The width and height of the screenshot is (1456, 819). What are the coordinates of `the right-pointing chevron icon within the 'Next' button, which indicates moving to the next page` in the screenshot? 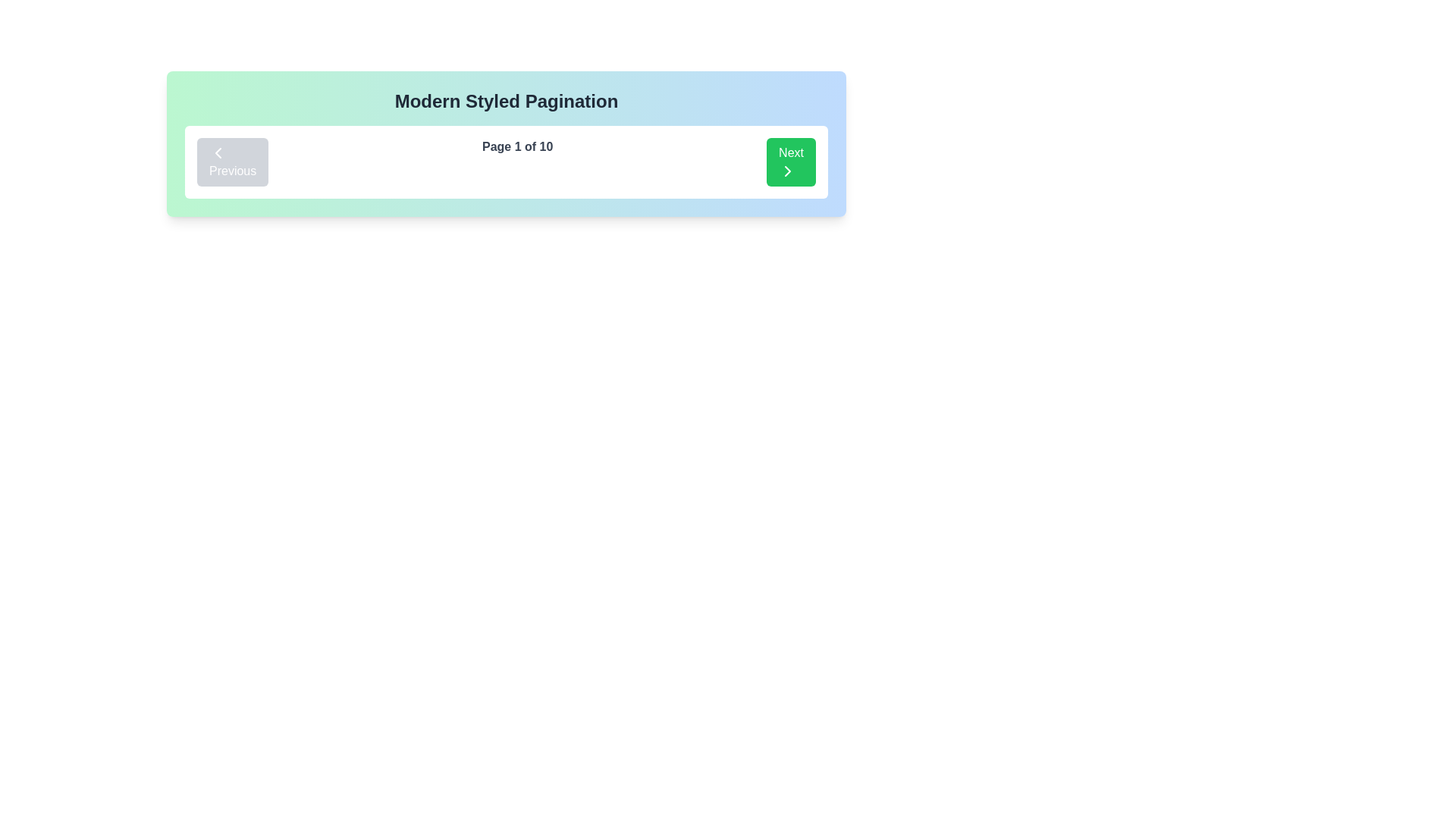 It's located at (788, 171).